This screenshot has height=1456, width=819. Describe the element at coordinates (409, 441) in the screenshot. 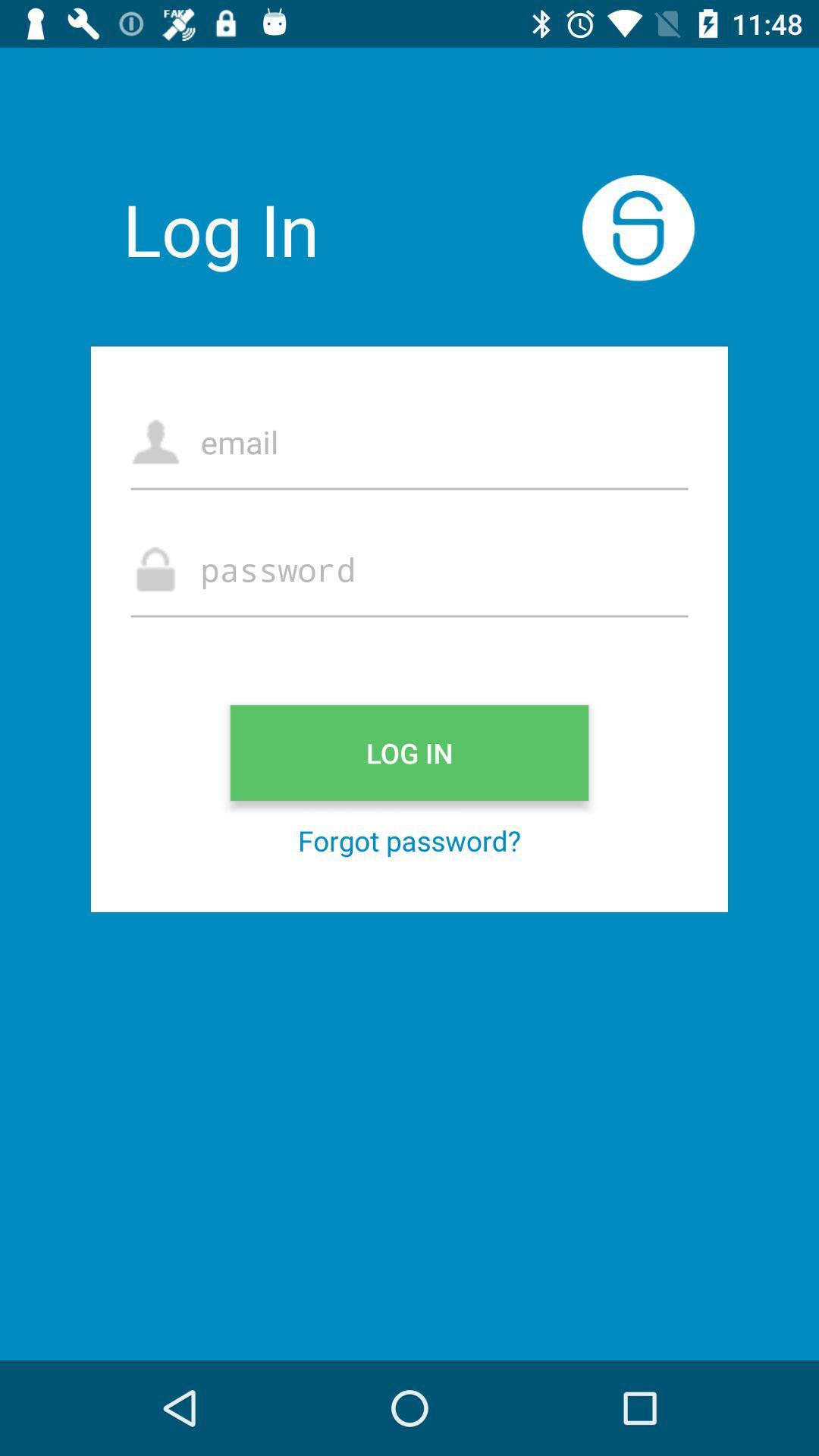

I see `item at the top` at that location.